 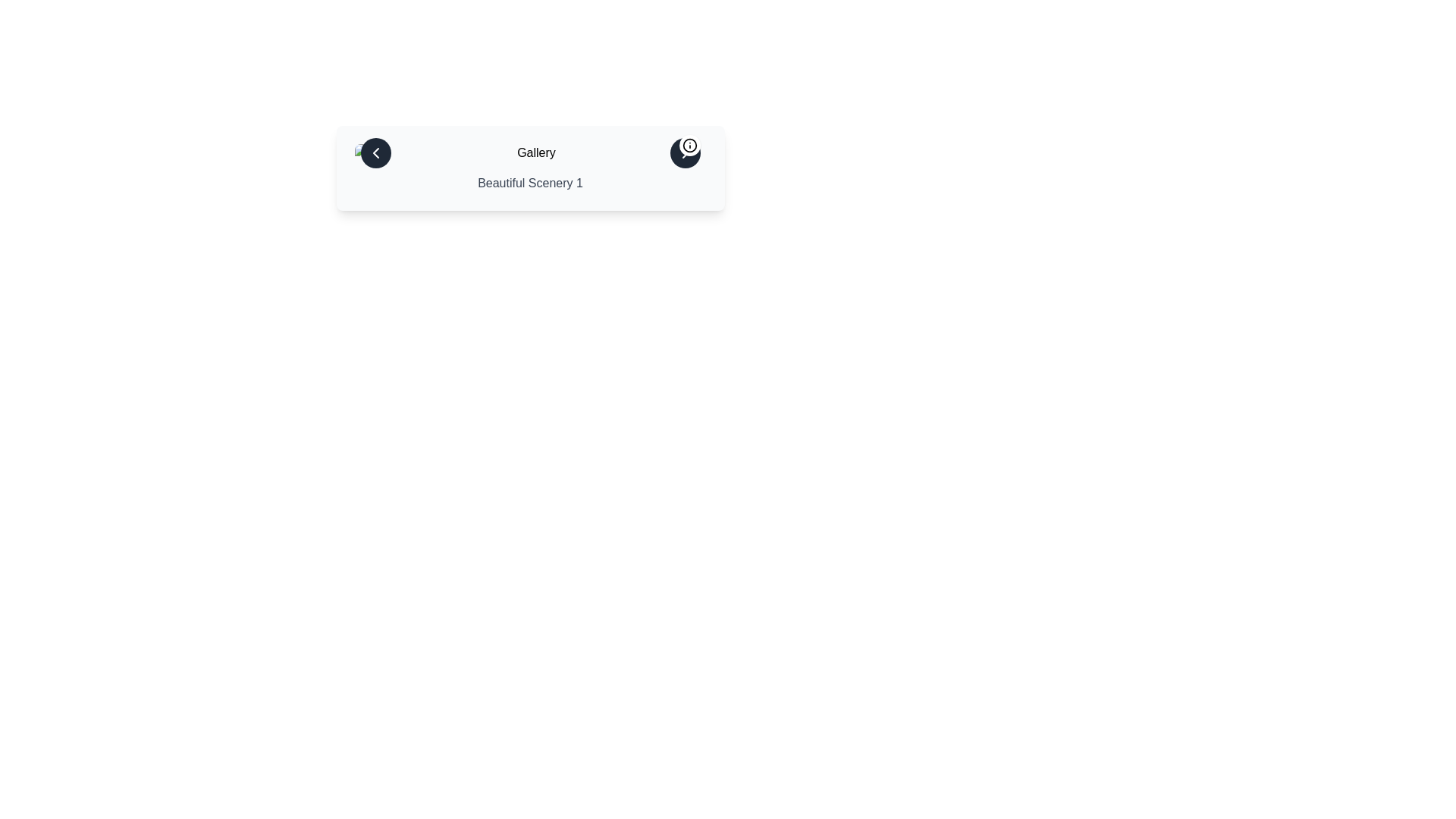 I want to click on the 'Gallery' text label centered within the white card component, which is flanked by navigation icons, so click(x=530, y=152).